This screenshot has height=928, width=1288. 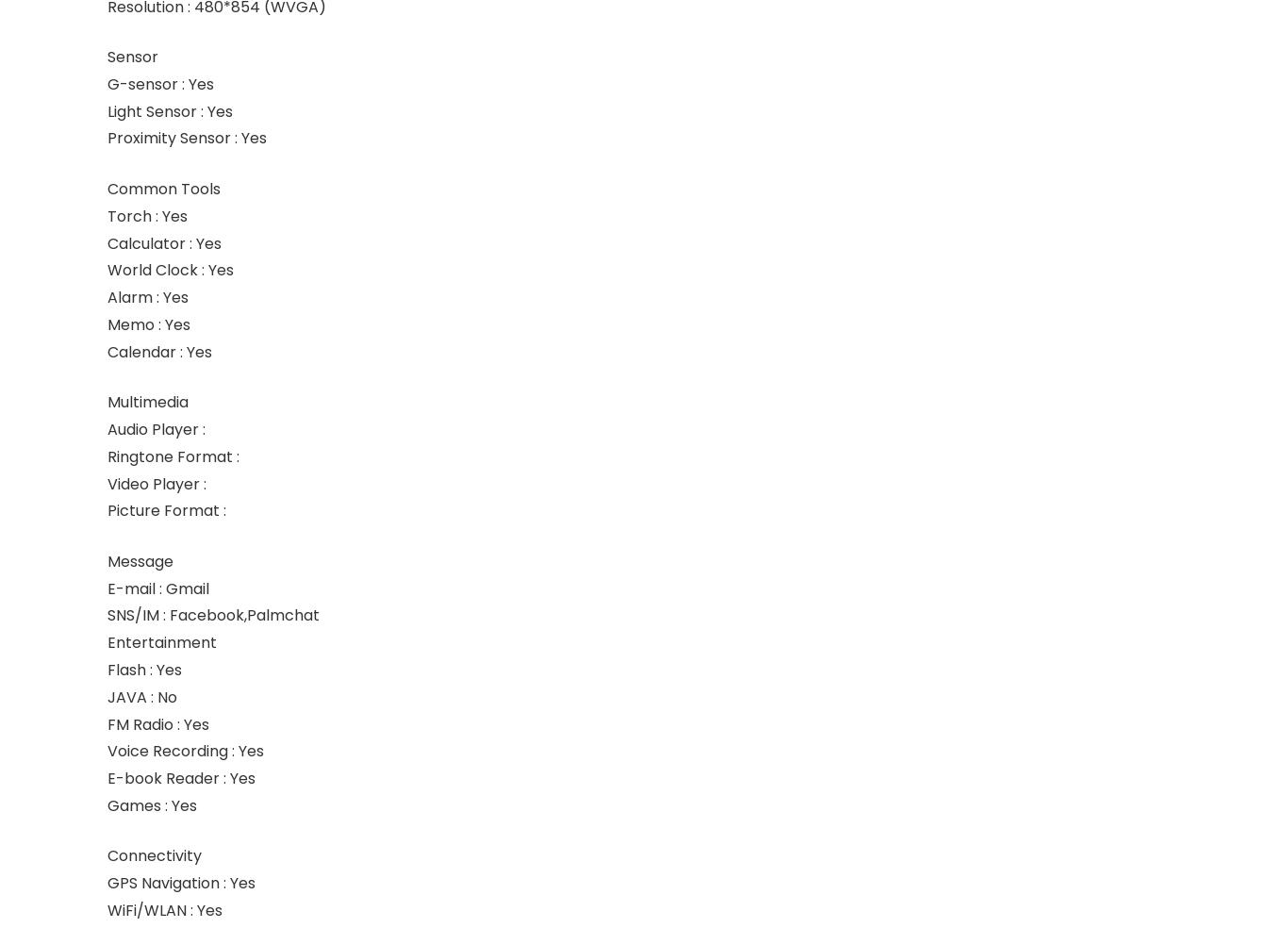 I want to click on 'Alarm : Yes', so click(x=146, y=296).